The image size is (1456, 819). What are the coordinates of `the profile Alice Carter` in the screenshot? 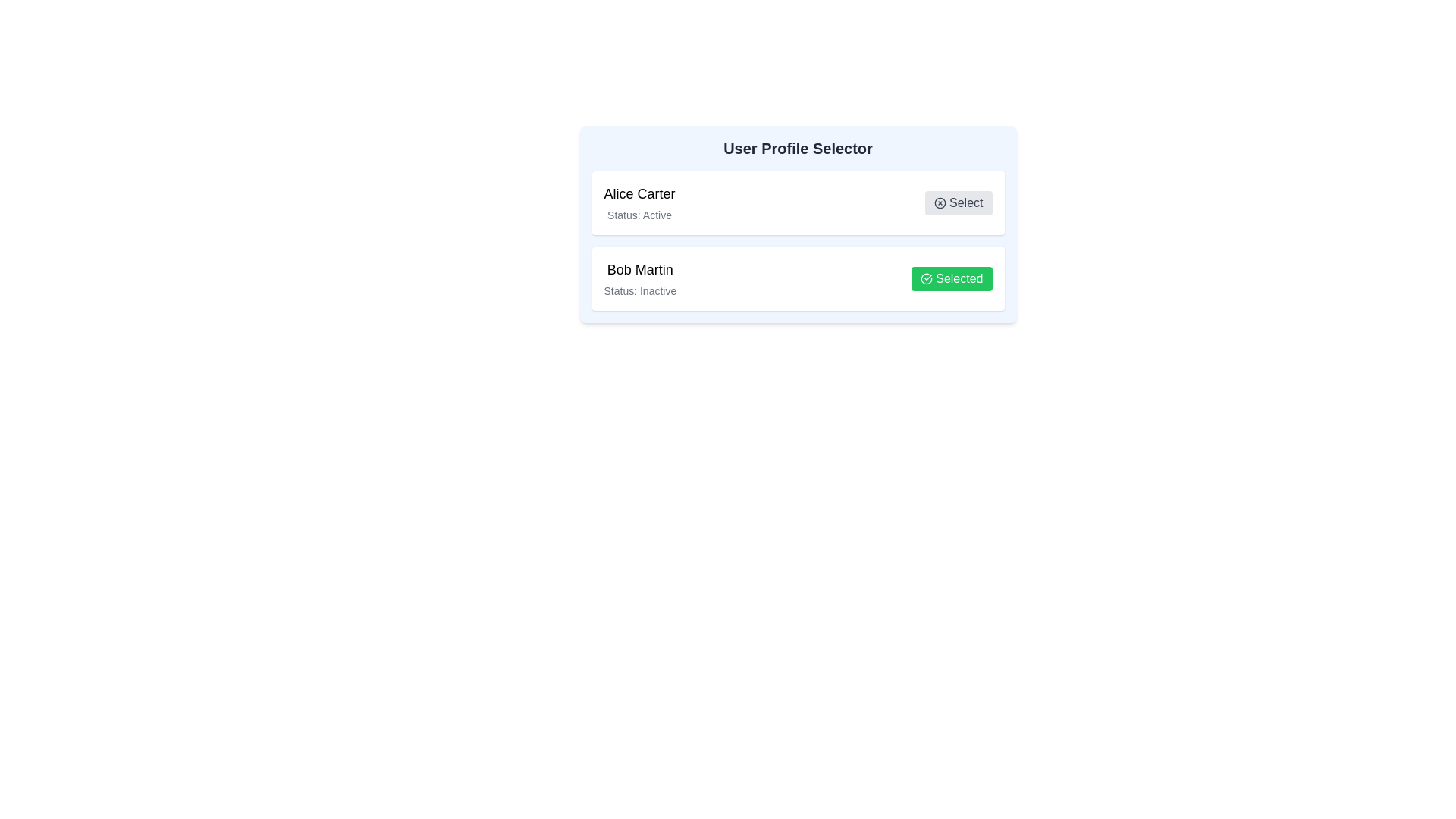 It's located at (957, 202).